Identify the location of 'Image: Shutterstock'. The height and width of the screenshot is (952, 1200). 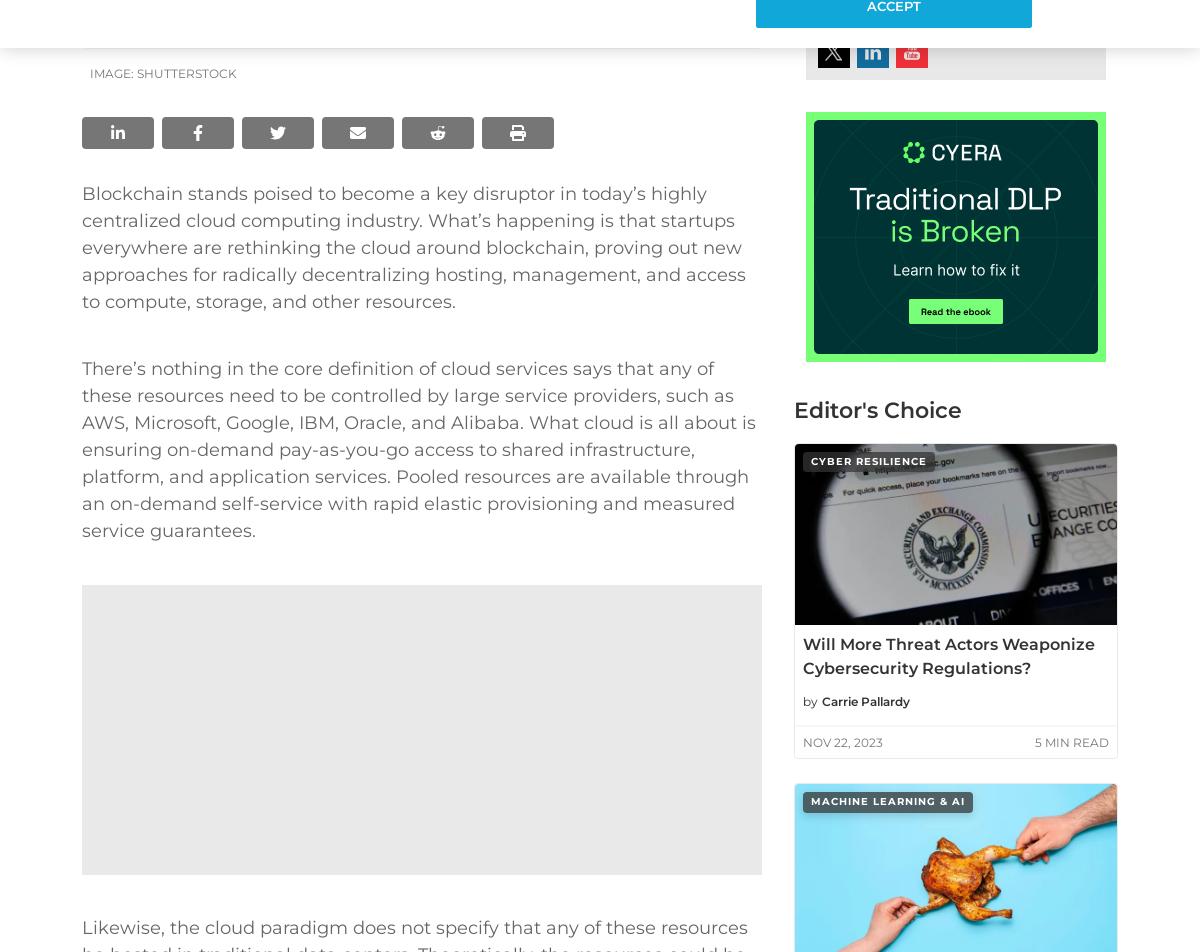
(162, 73).